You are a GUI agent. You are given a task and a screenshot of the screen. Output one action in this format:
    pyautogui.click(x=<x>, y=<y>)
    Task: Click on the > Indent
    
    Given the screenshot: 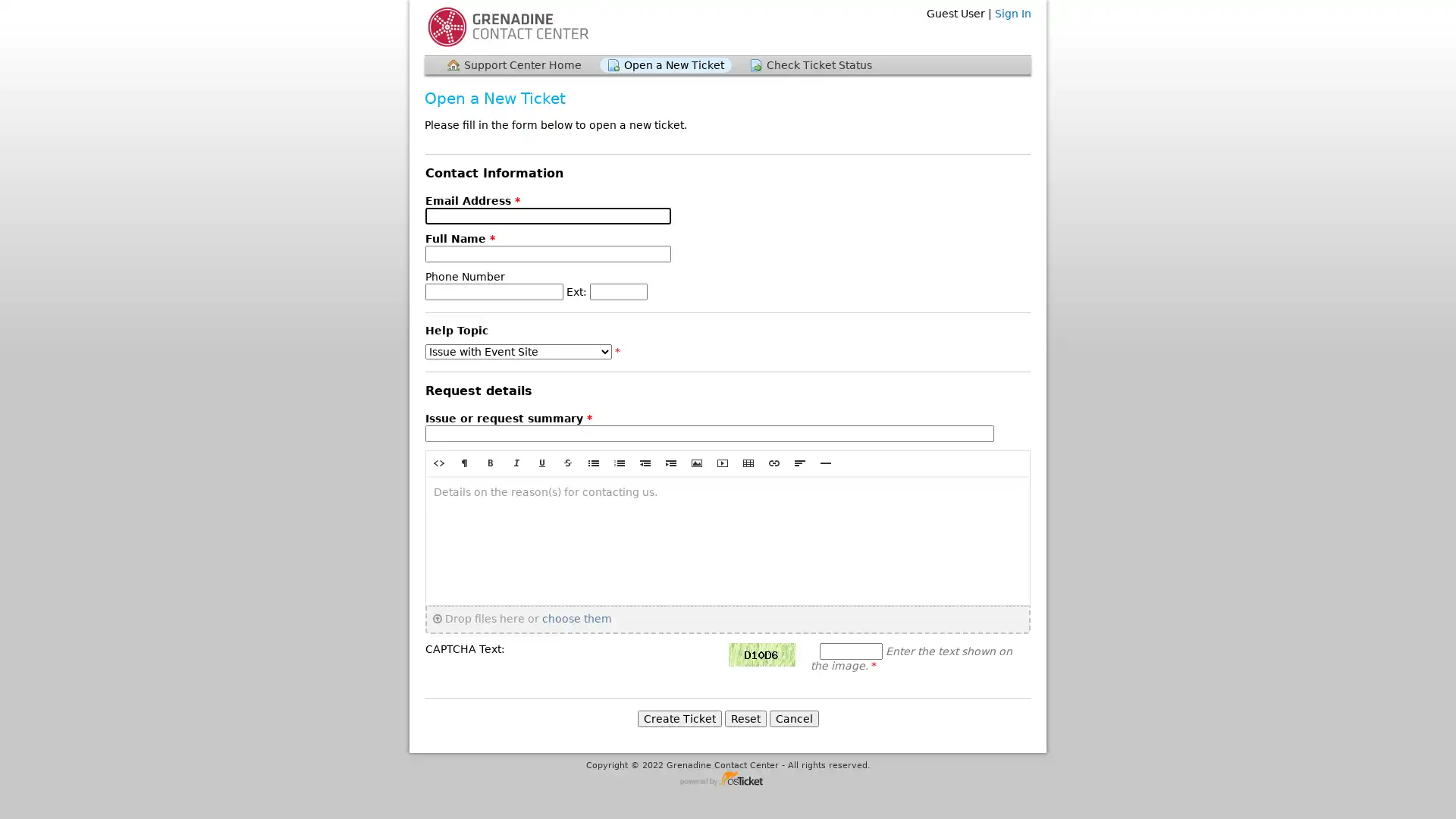 What is the action you would take?
    pyautogui.click(x=670, y=462)
    